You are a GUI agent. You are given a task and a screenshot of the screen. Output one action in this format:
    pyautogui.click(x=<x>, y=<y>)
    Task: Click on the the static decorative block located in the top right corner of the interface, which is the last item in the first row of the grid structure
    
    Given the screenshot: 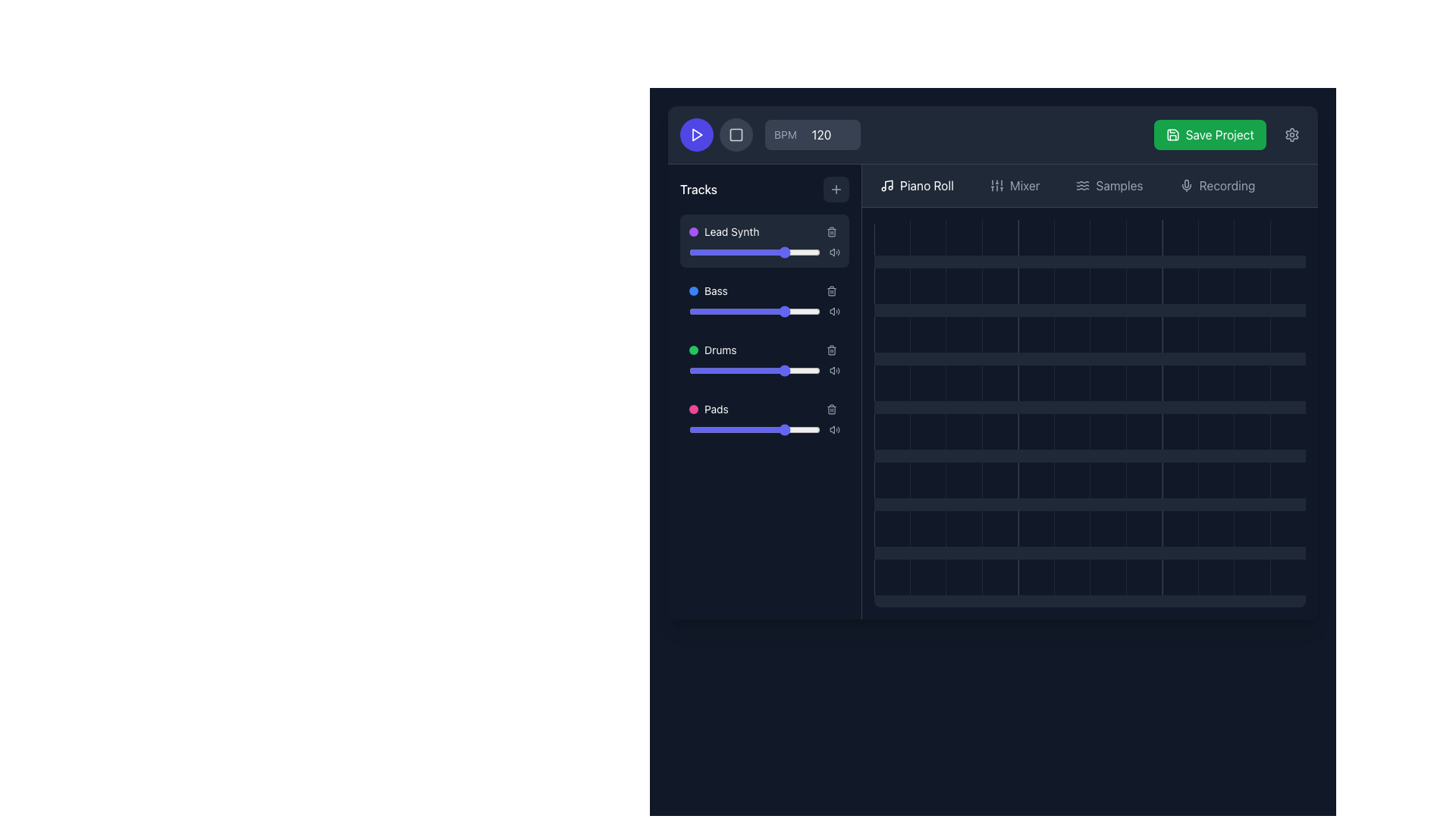 What is the action you would take?
    pyautogui.click(x=1287, y=237)
    